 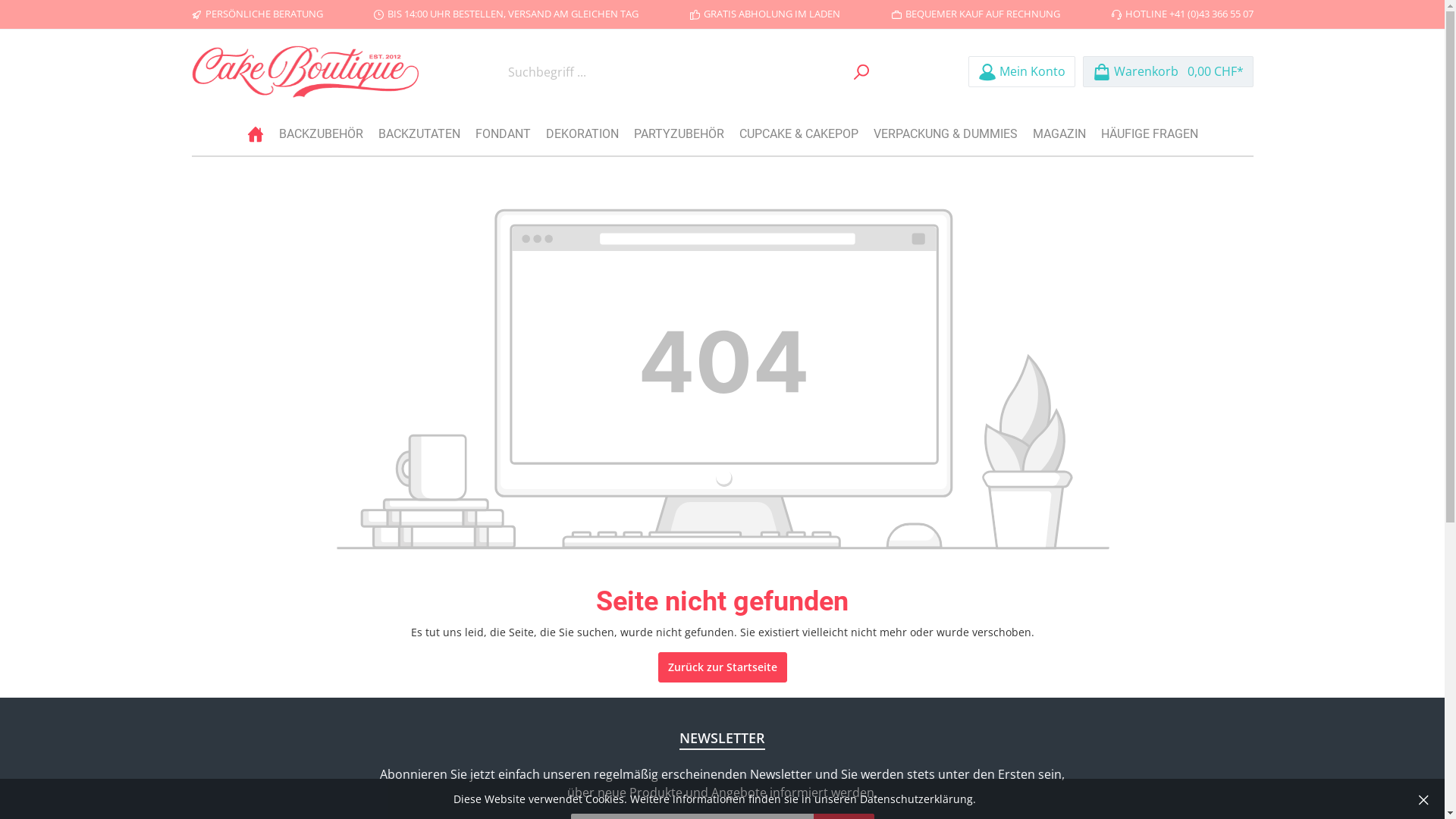 What do you see at coordinates (1167, 71) in the screenshot?
I see `'Warenkorb 0,00 CHF*'` at bounding box center [1167, 71].